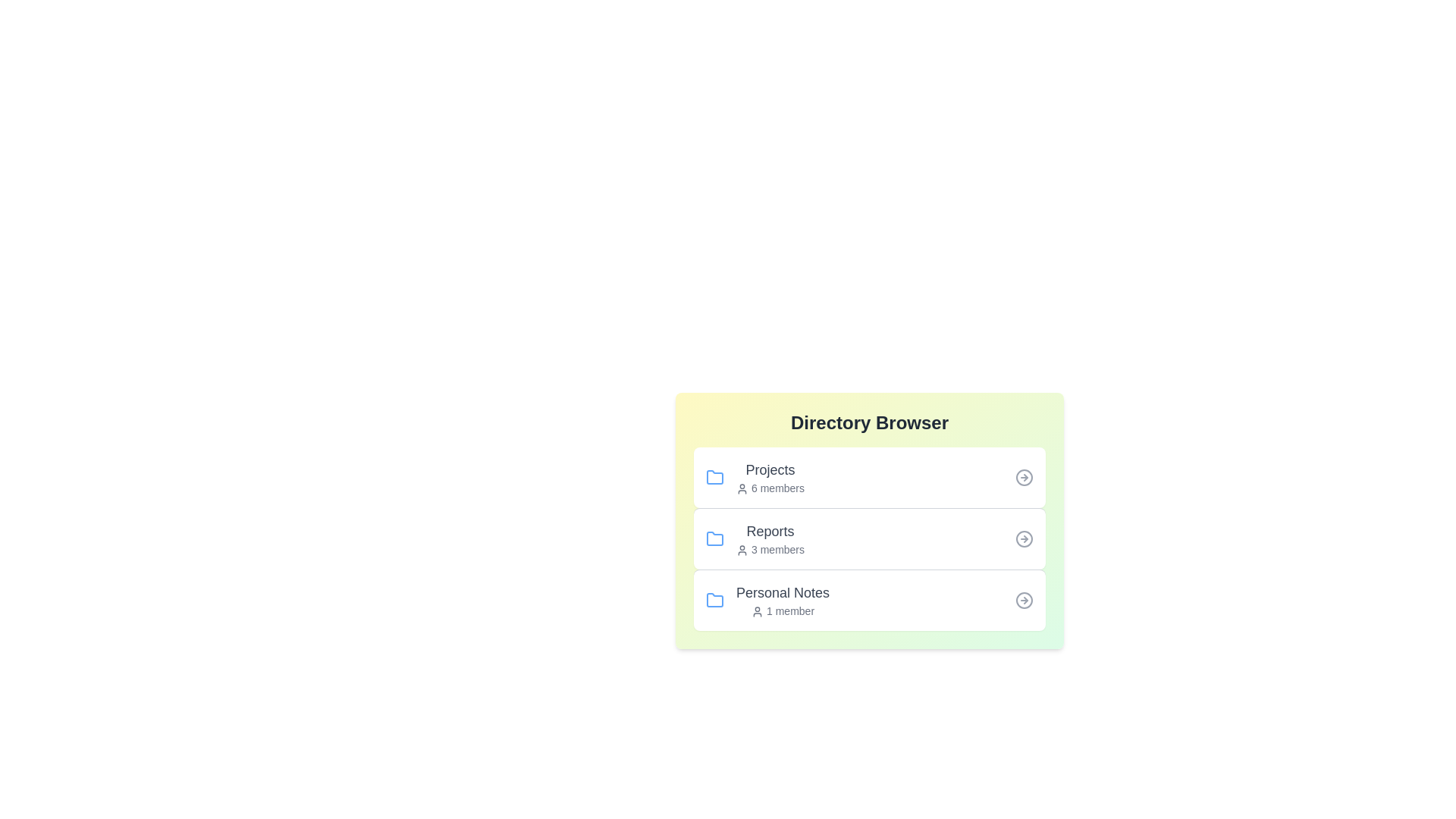  Describe the element at coordinates (870, 599) in the screenshot. I see `the directory Personal Notes by clicking on its list item` at that location.